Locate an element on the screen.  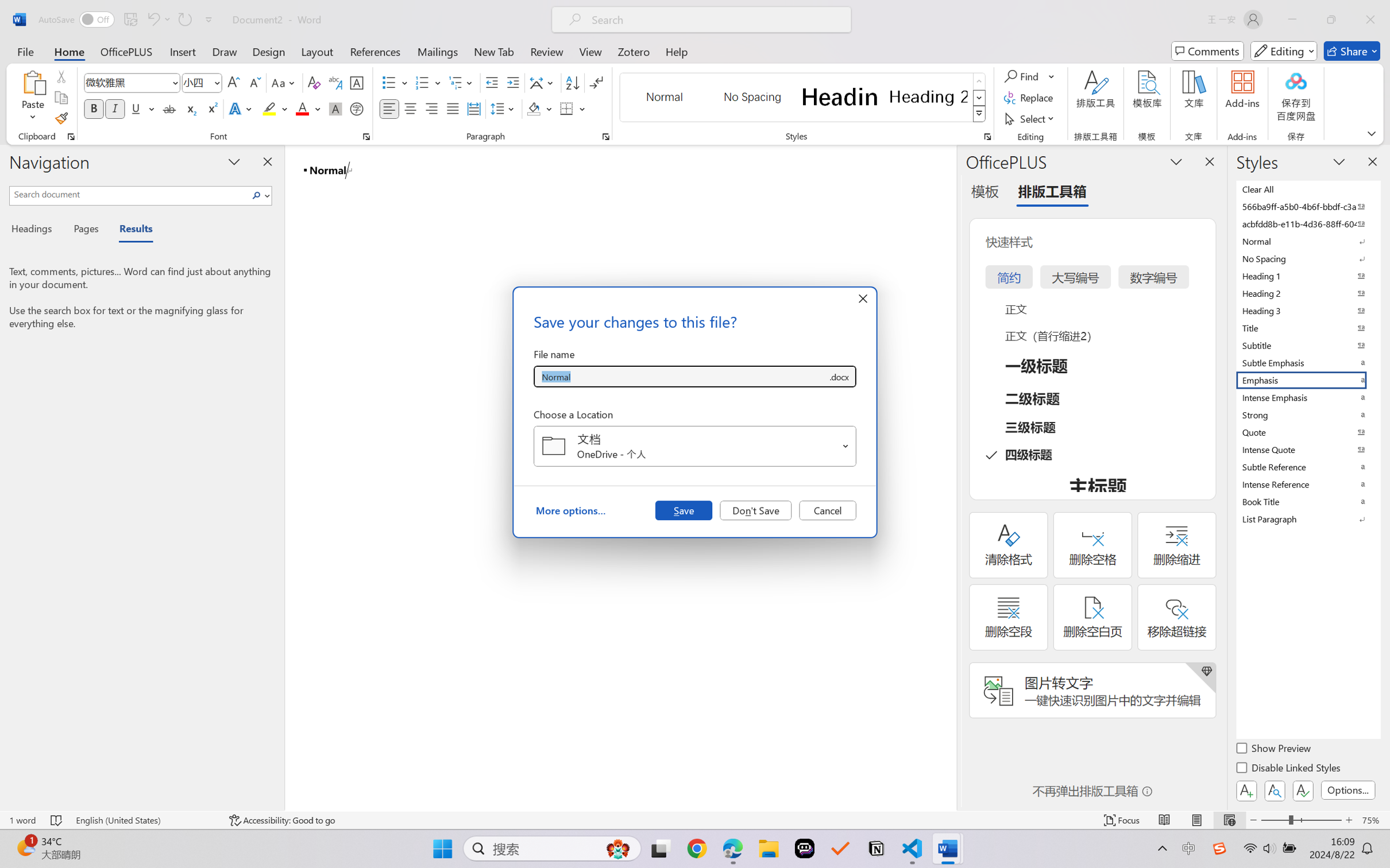
'OfficePLUS' is located at coordinates (125, 51).